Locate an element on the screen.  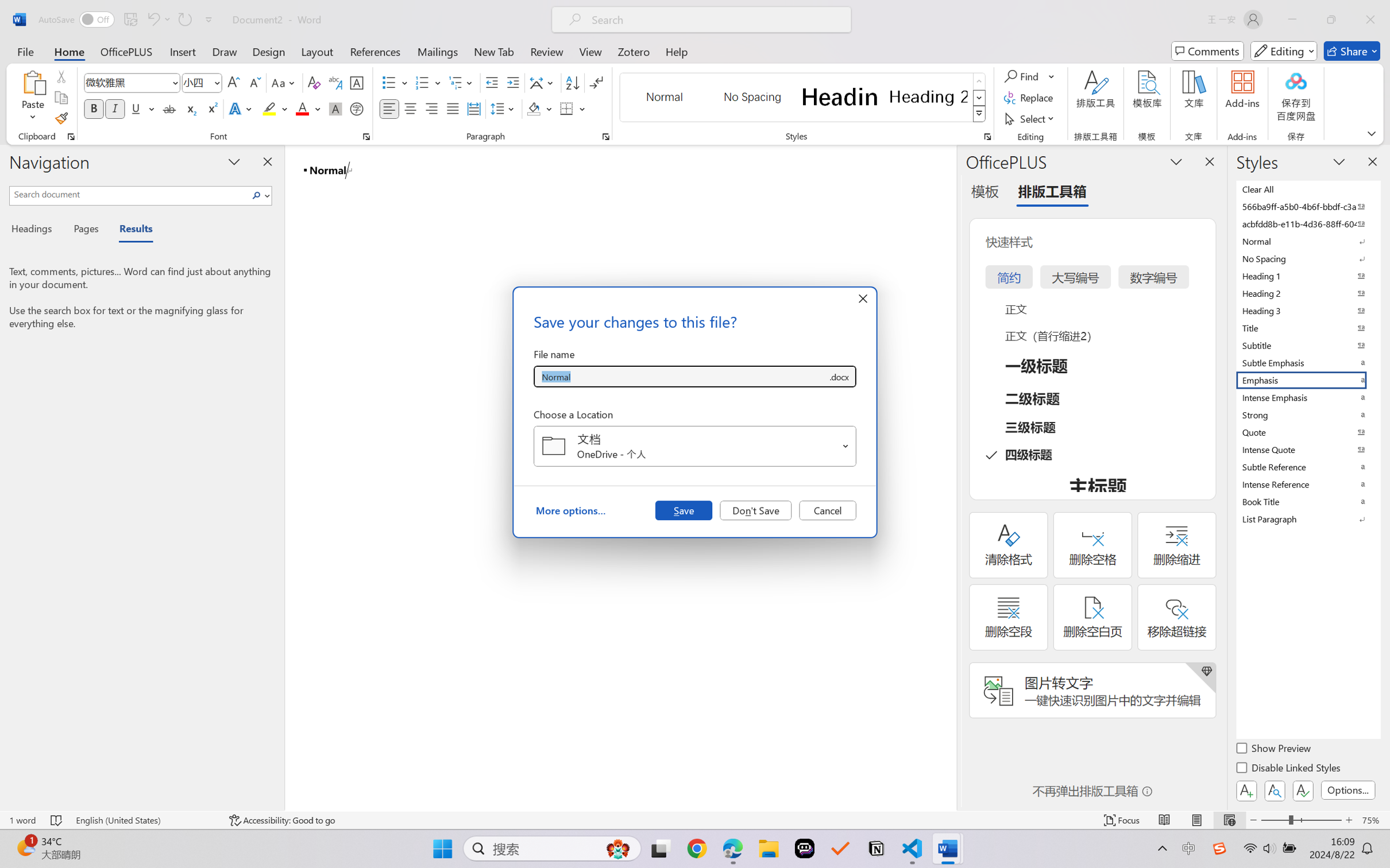
'OfficePLUS' is located at coordinates (125, 51).